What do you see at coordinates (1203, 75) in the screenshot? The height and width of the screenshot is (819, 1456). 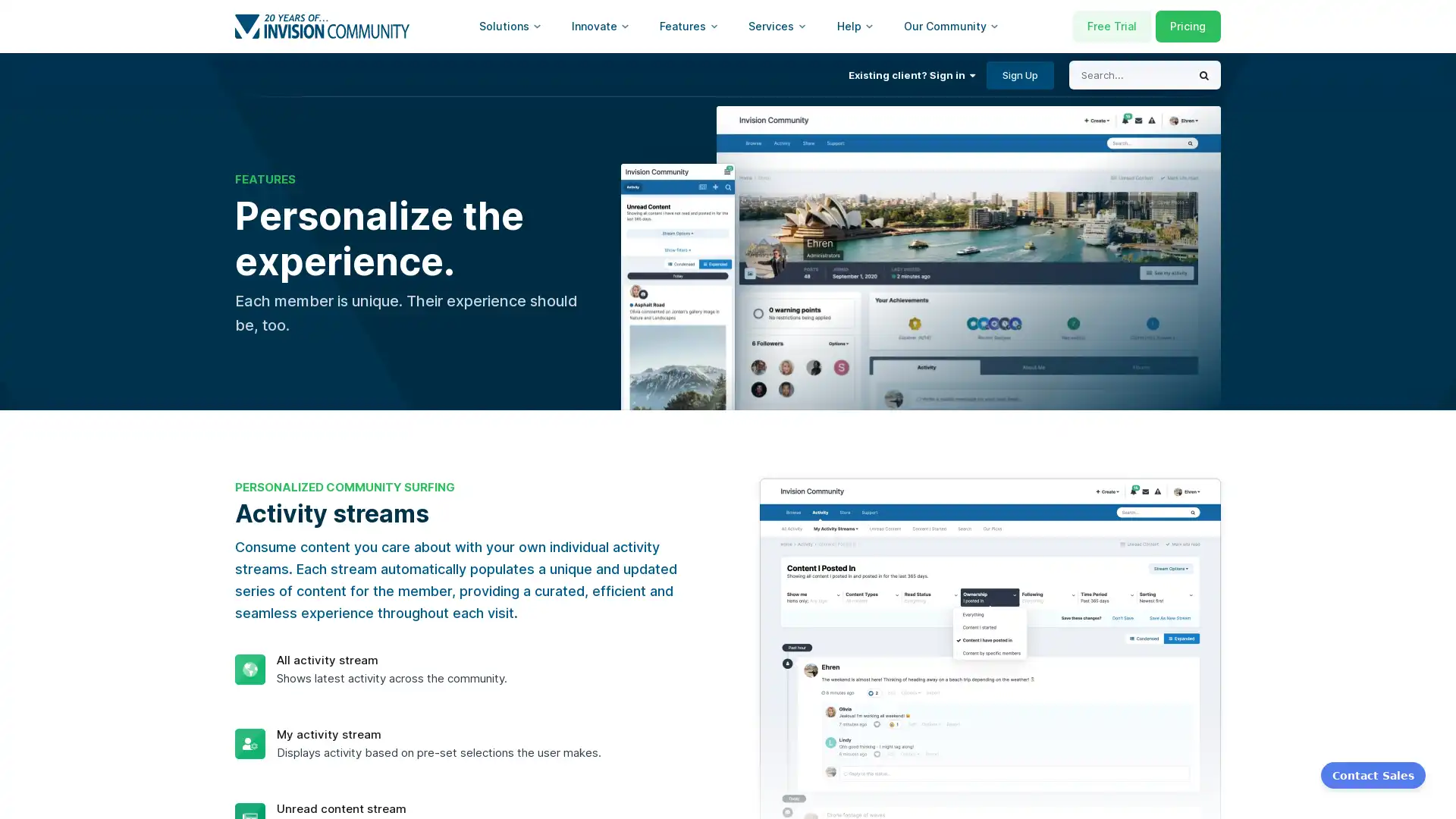 I see `Search` at bounding box center [1203, 75].